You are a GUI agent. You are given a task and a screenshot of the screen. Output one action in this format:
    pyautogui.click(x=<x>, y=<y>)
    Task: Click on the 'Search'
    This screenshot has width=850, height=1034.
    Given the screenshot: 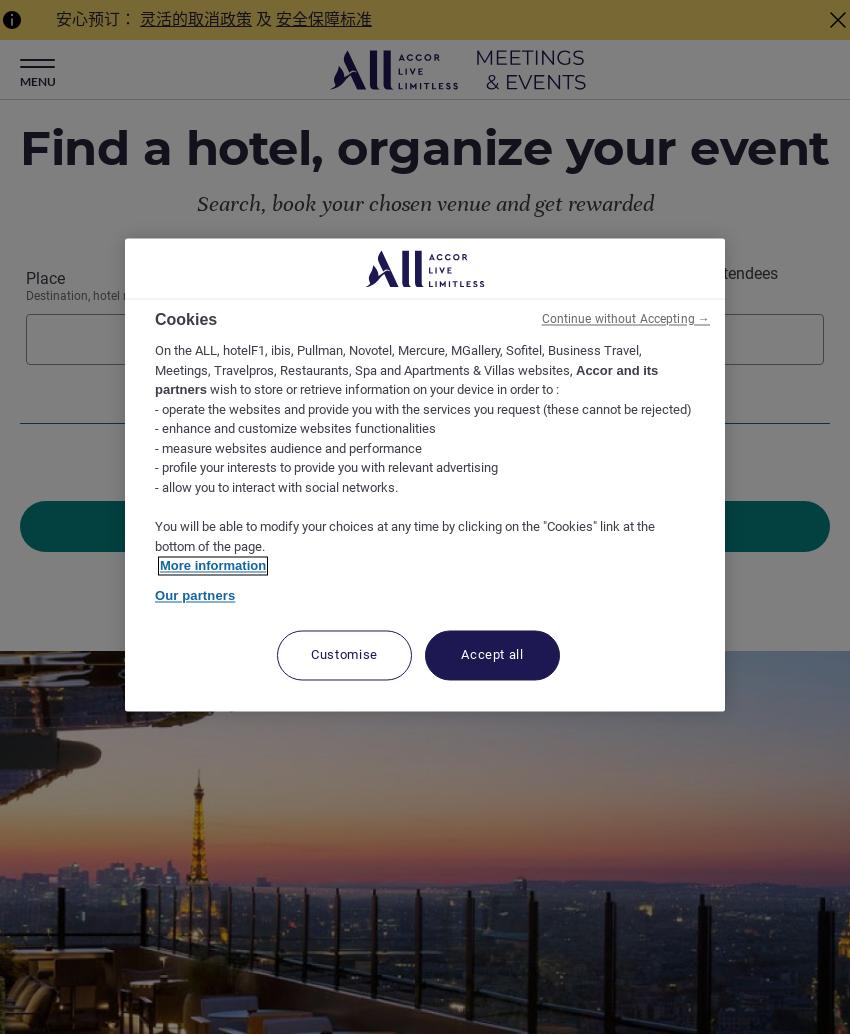 What is the action you would take?
    pyautogui.click(x=424, y=526)
    